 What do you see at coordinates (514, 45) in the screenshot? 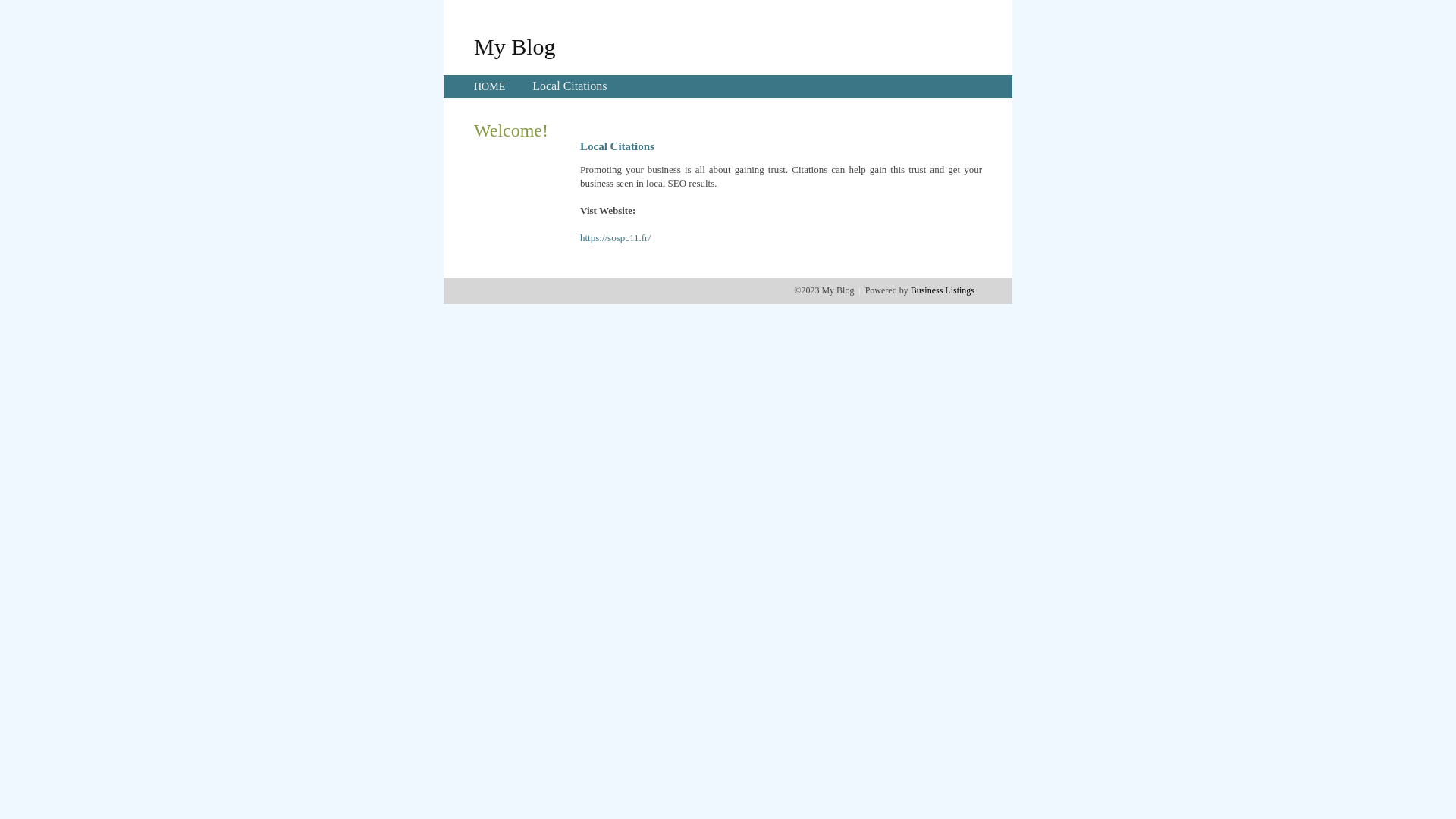
I see `'My Blog'` at bounding box center [514, 45].